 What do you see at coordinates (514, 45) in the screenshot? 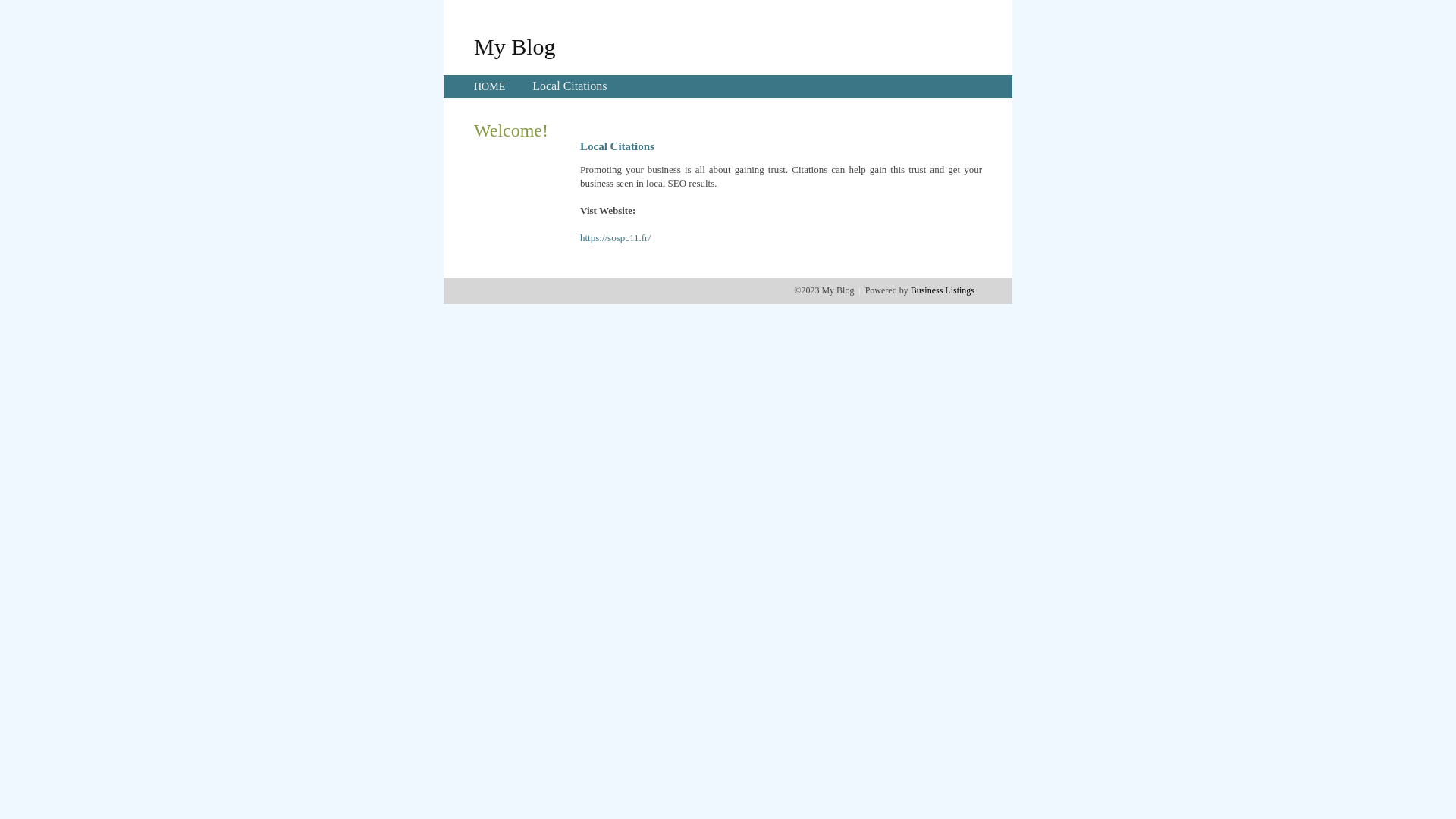
I see `'My Blog'` at bounding box center [514, 45].